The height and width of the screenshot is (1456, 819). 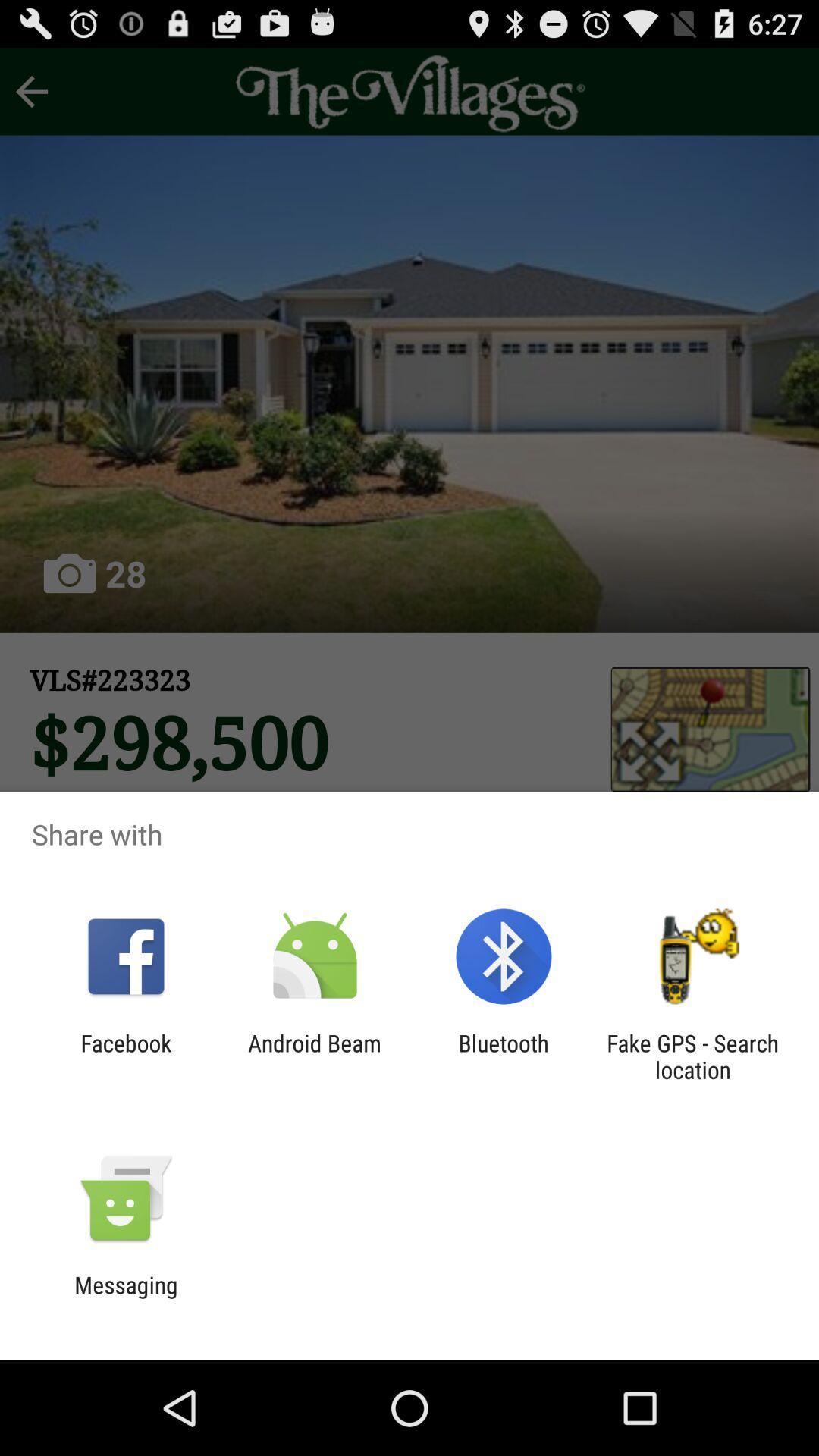 I want to click on bluetooth app, so click(x=504, y=1056).